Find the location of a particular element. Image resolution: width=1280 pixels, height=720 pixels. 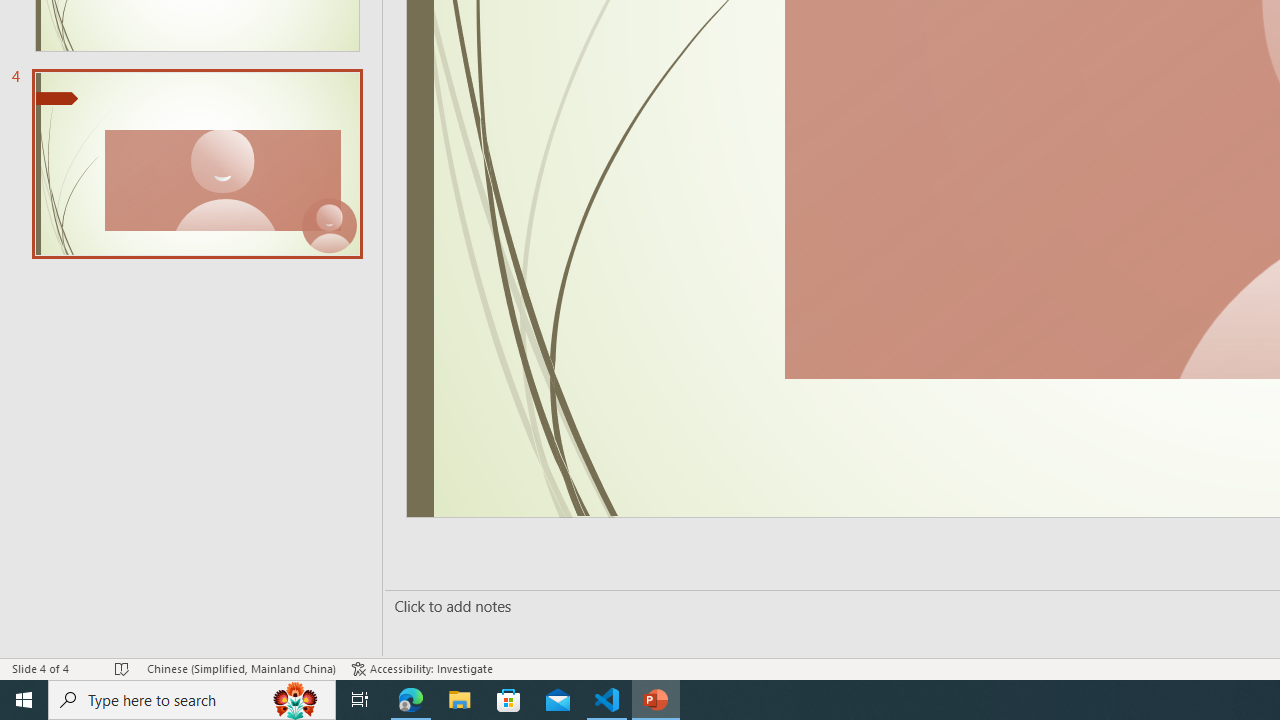

'Spell Check No Errors' is located at coordinates (122, 669).